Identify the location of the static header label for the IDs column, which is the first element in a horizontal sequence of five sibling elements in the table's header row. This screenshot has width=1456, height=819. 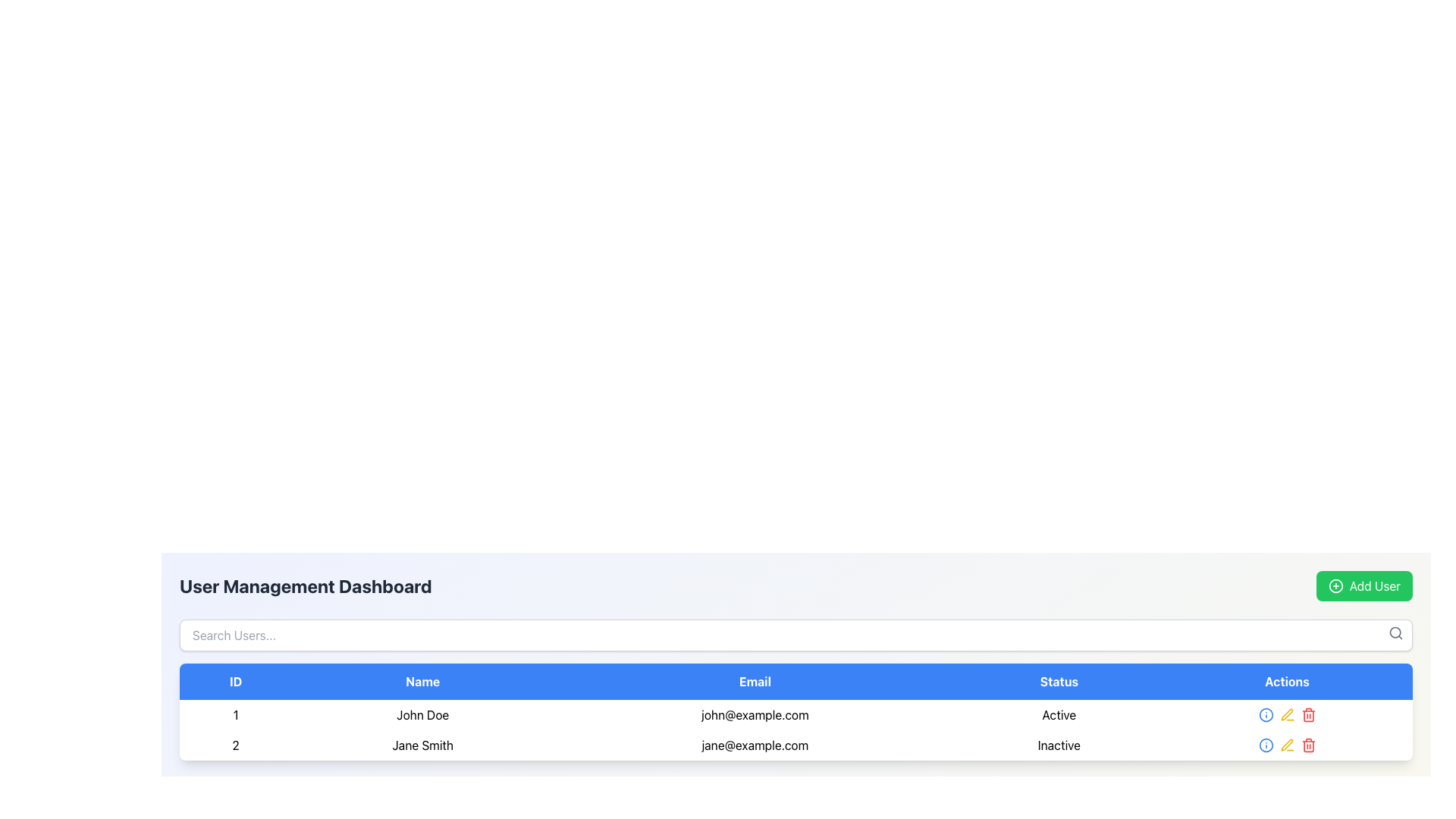
(235, 680).